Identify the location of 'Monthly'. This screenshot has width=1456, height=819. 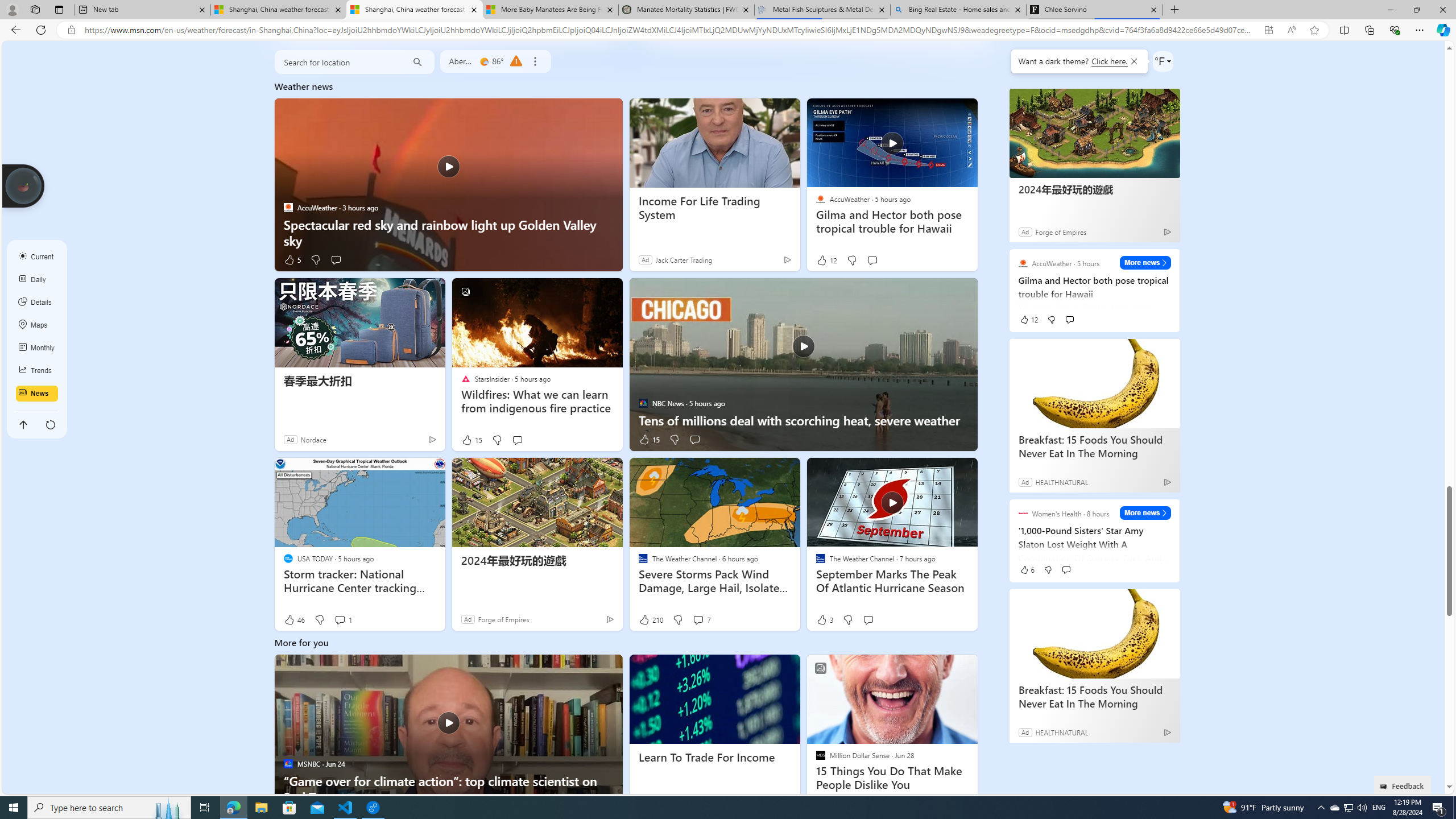
(37, 348).